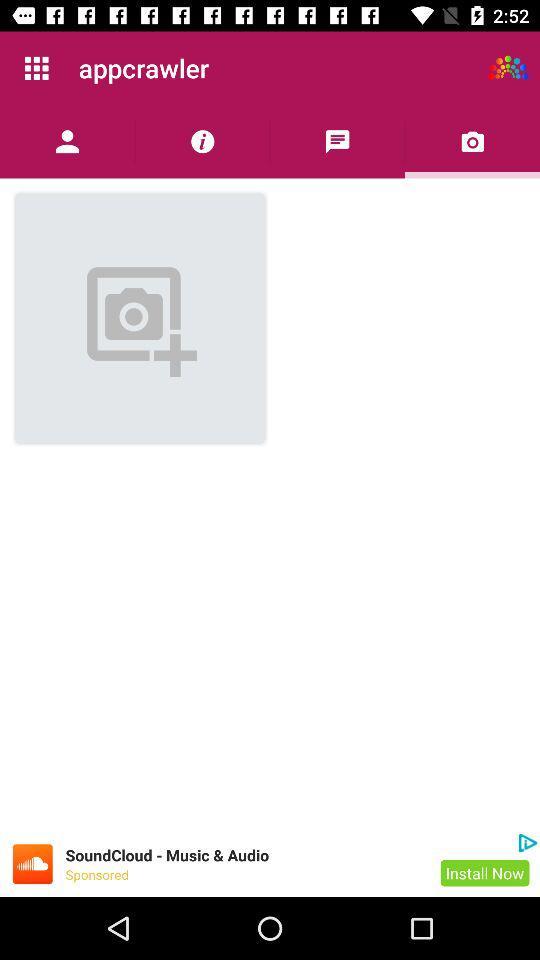 This screenshot has height=960, width=540. I want to click on find a new date, so click(508, 68).